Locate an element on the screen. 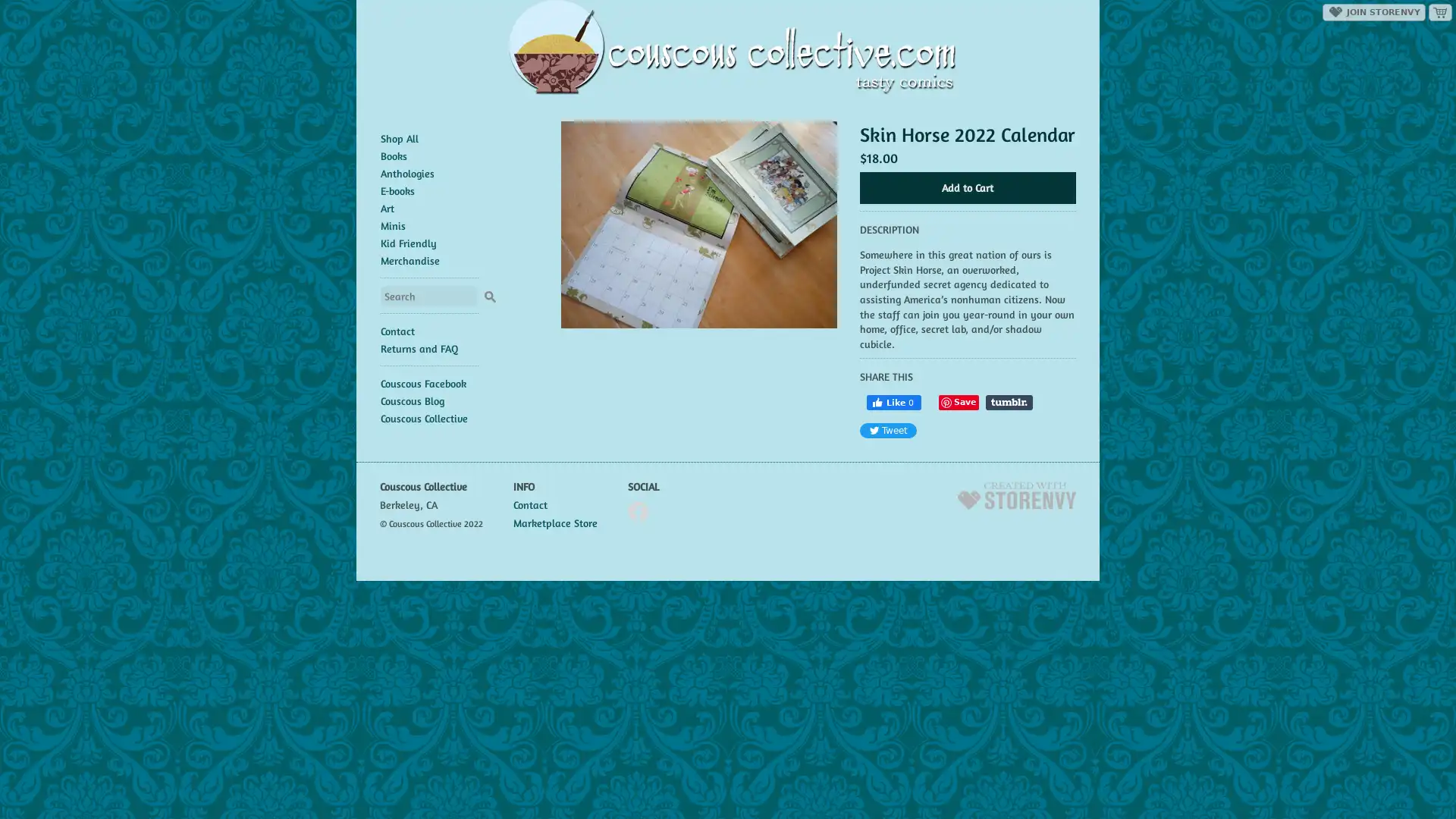 This screenshot has width=1456, height=819. Add to Cart is located at coordinates (966, 186).